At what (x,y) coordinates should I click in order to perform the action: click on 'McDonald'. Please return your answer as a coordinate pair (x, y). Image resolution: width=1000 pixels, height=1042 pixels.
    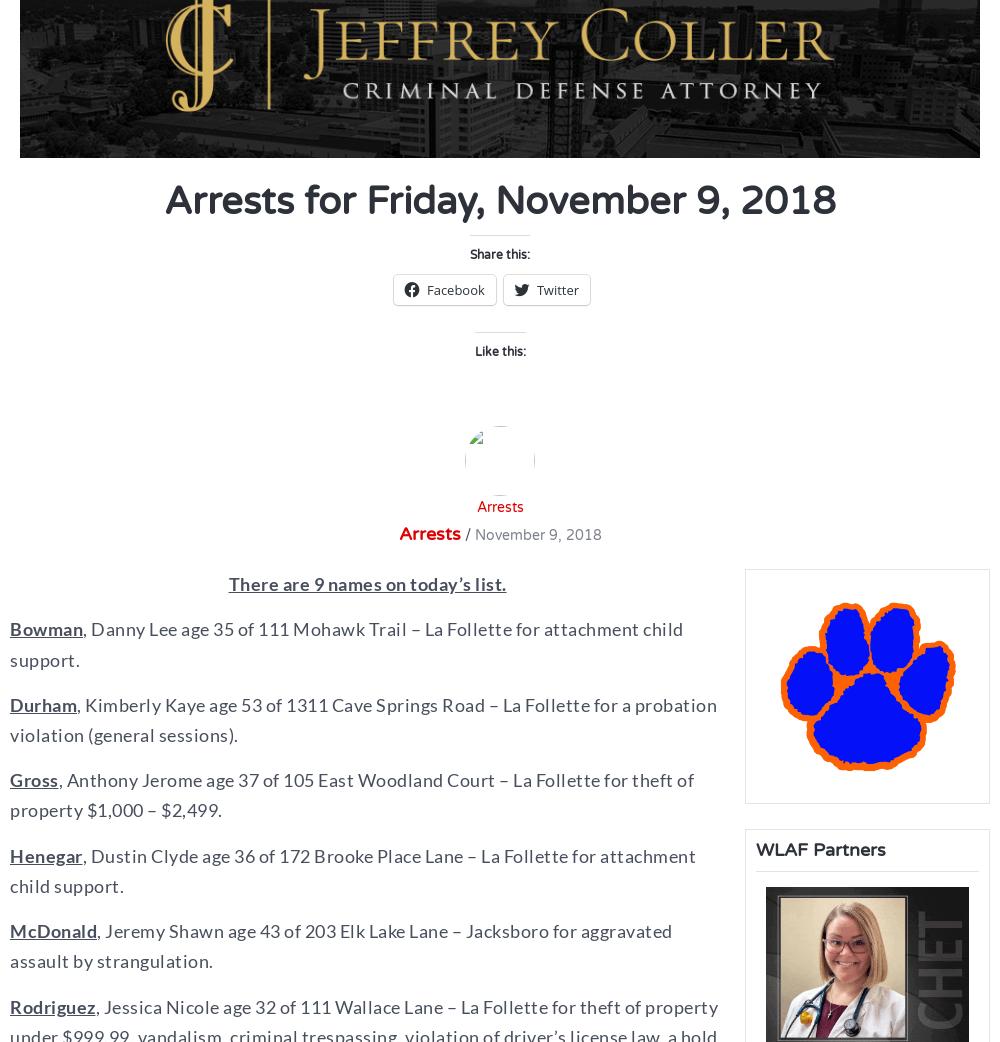
    Looking at the image, I should click on (53, 930).